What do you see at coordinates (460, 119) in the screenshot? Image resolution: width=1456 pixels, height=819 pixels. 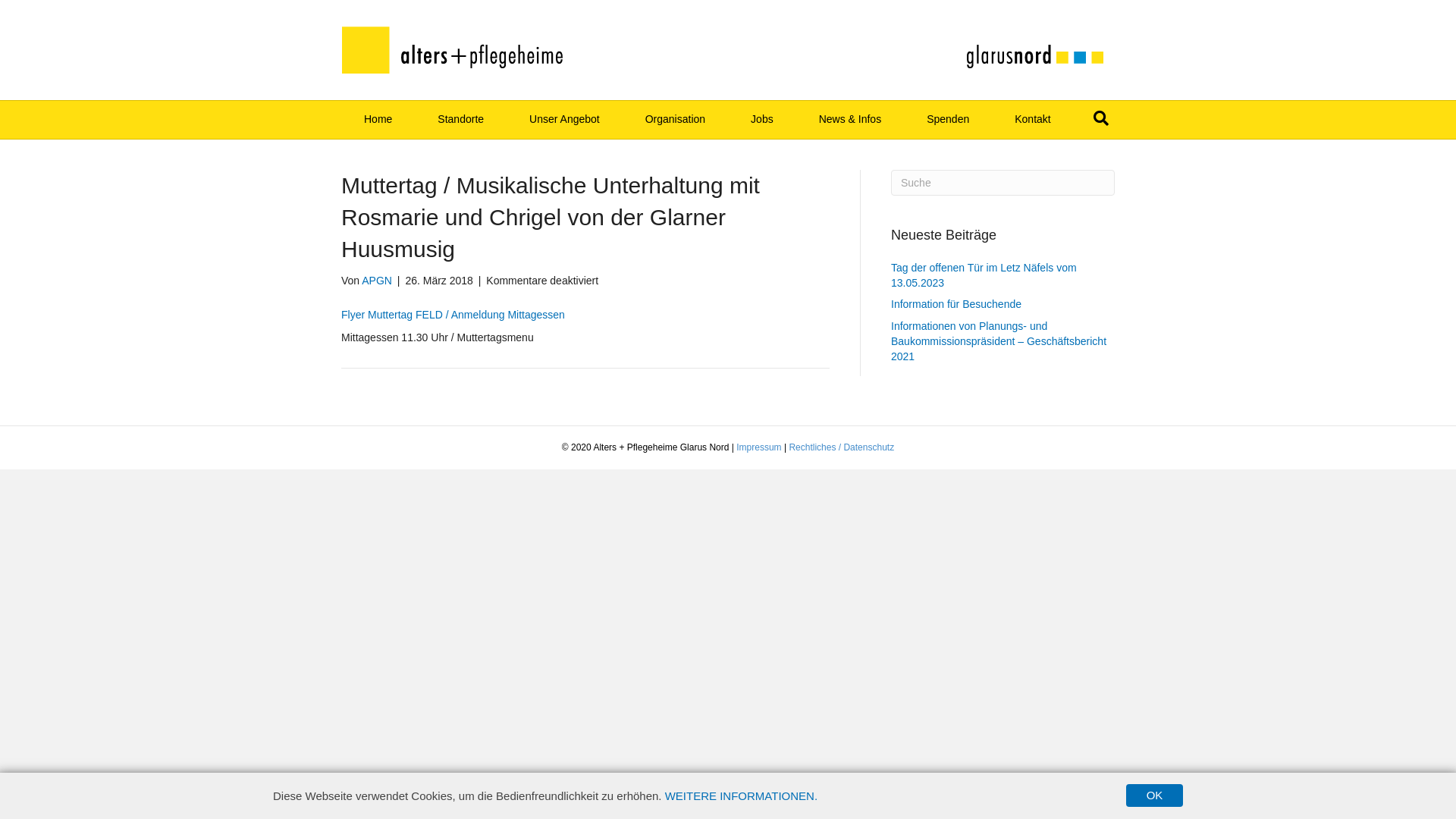 I see `'Standorte'` at bounding box center [460, 119].